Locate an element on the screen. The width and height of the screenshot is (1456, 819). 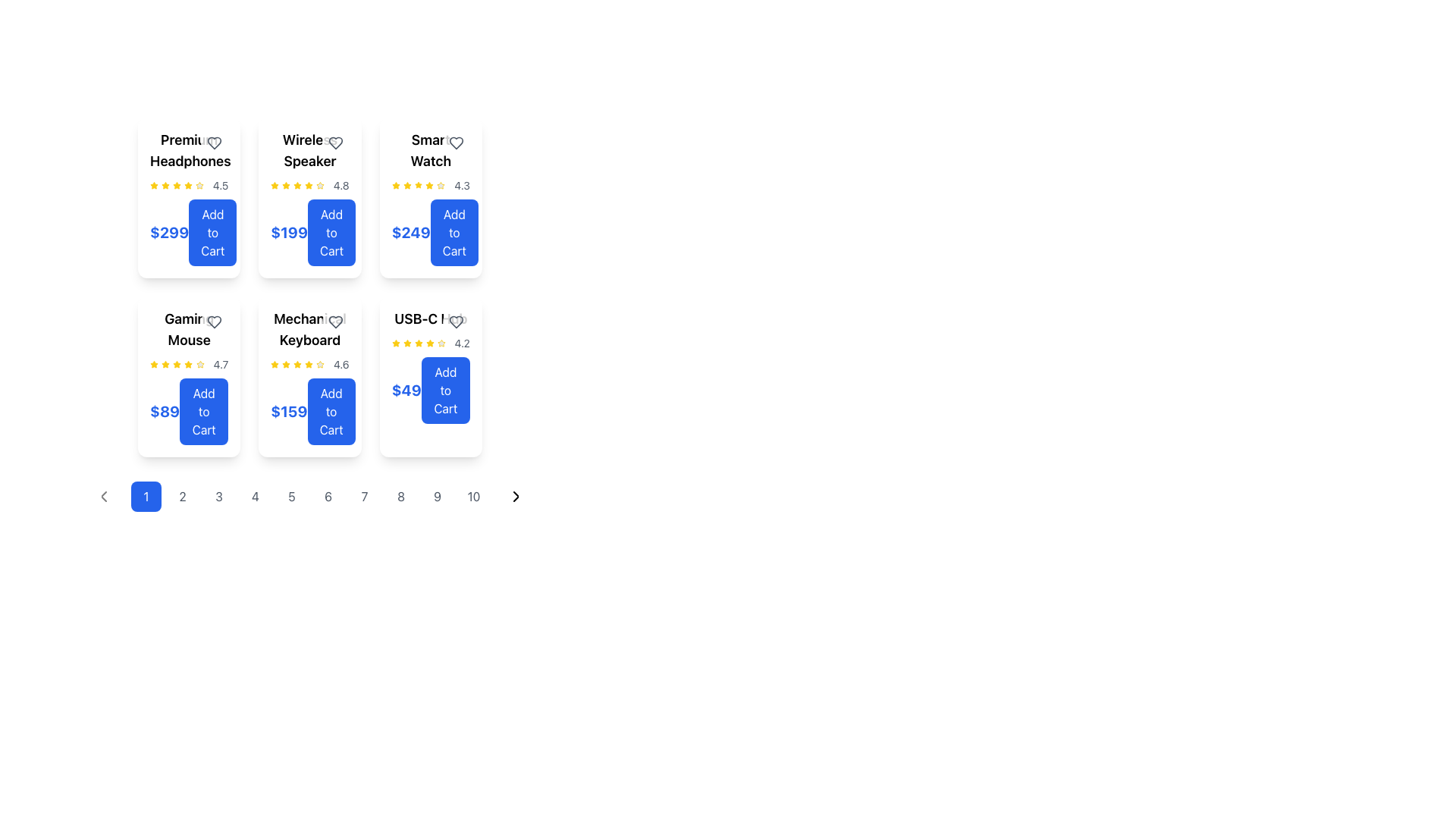
the Chevron Right icon located at the bottom right of the interface is located at coordinates (516, 497).